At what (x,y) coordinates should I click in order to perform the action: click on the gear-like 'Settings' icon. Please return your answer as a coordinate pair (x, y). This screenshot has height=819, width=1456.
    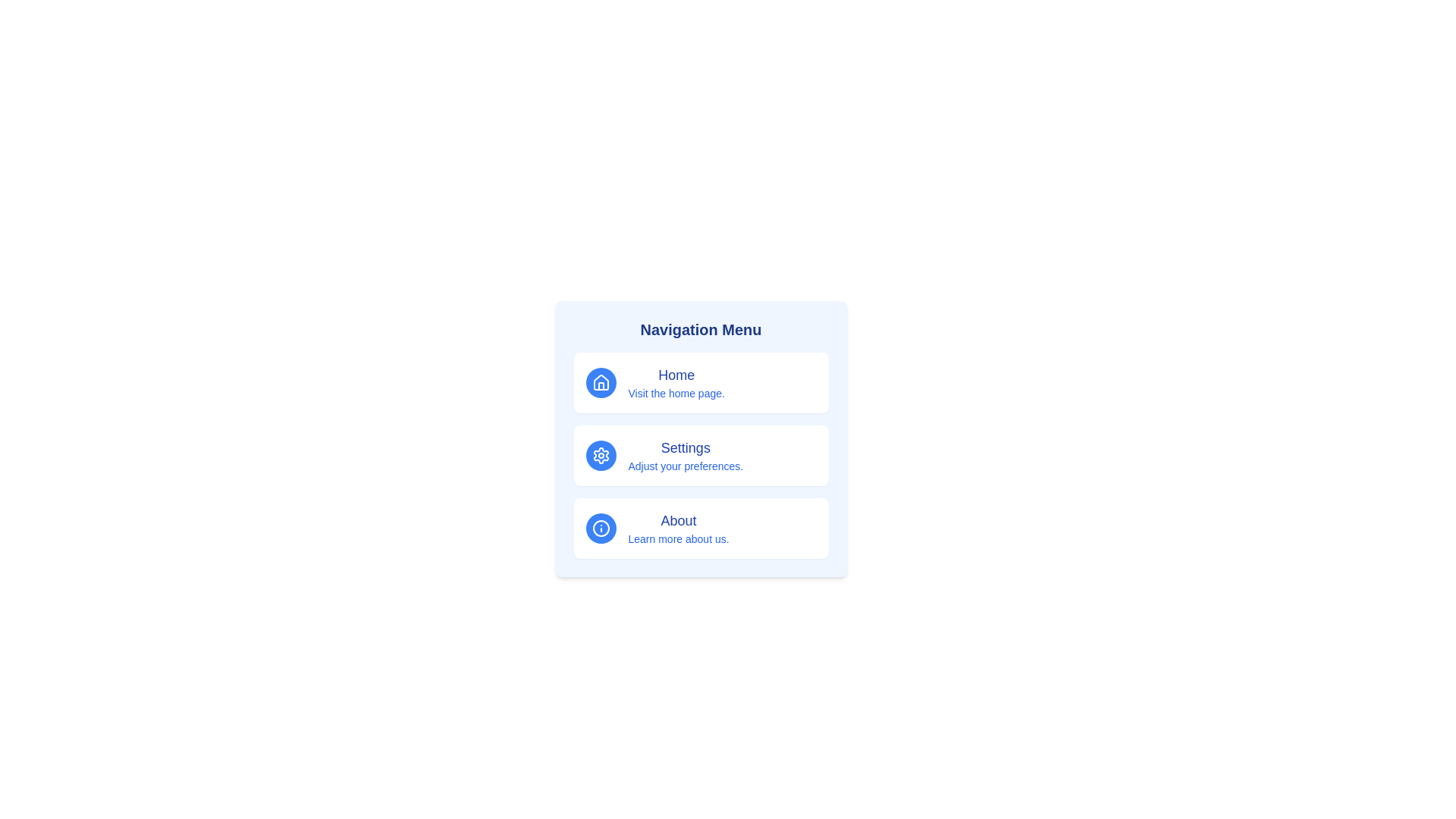
    Looking at the image, I should click on (600, 455).